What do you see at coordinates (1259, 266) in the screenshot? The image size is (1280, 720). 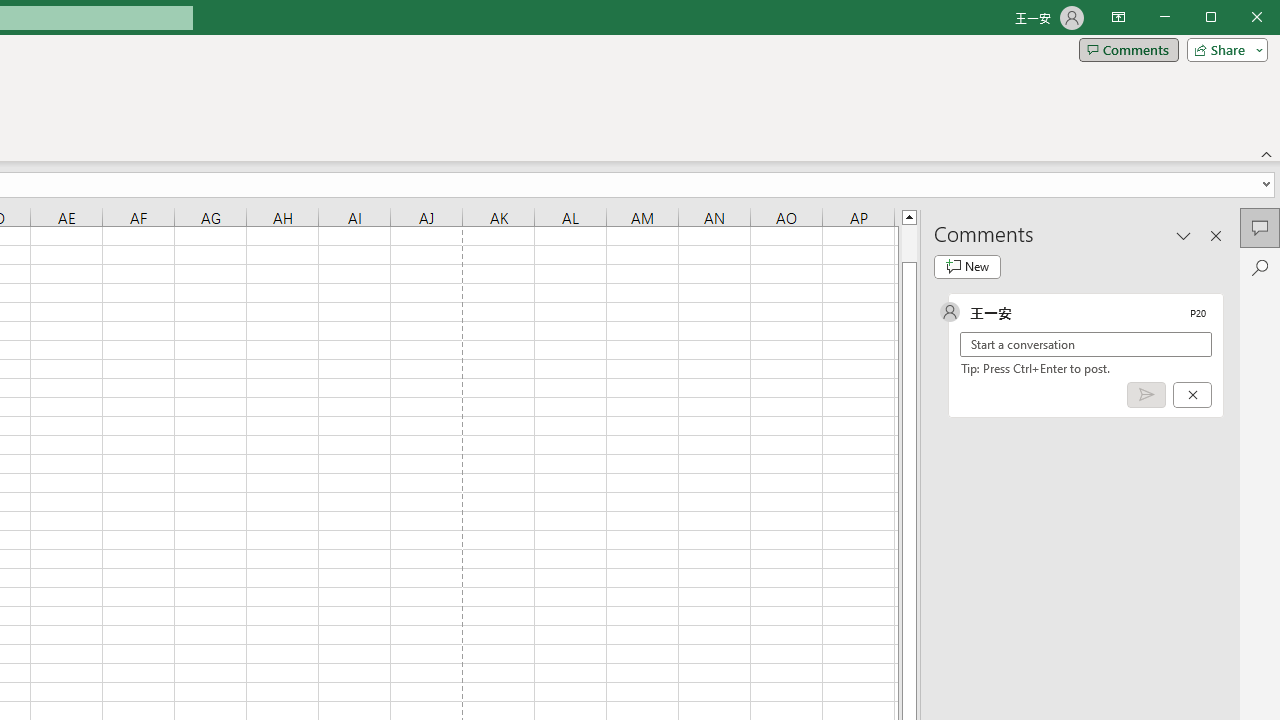 I see `'Search'` at bounding box center [1259, 266].